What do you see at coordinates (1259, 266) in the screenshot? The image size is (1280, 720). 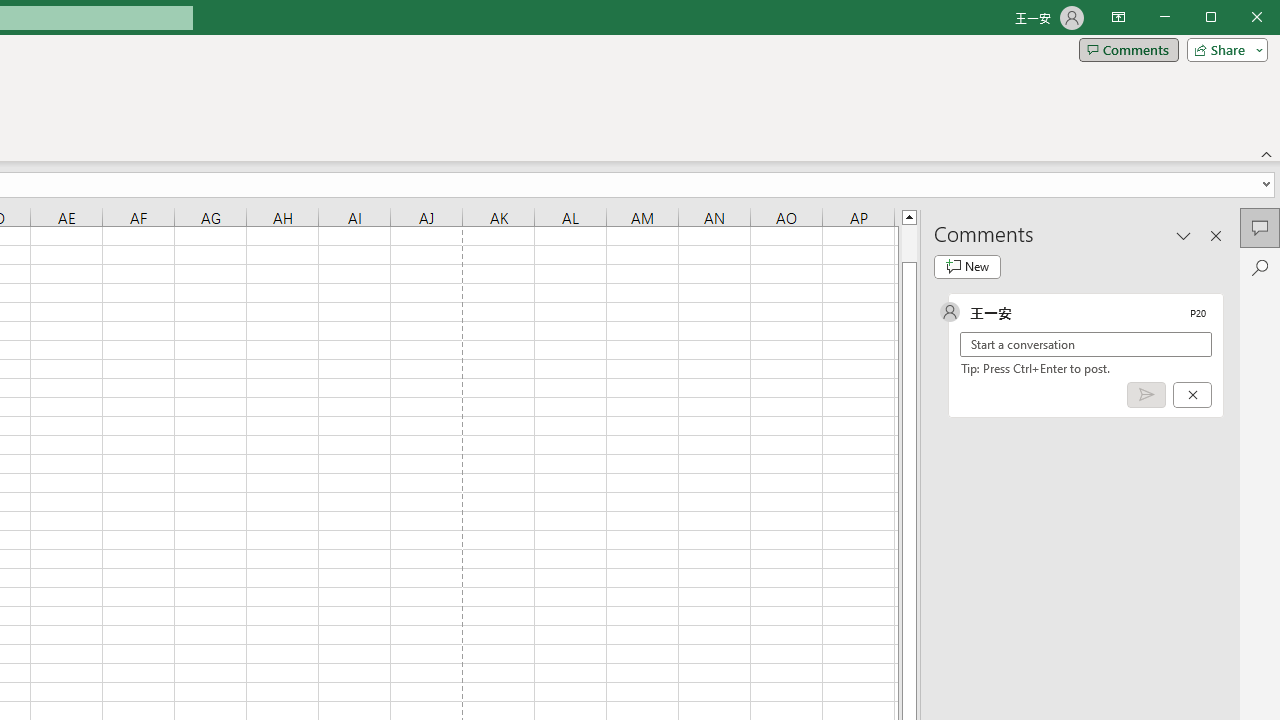 I see `'Search'` at bounding box center [1259, 266].